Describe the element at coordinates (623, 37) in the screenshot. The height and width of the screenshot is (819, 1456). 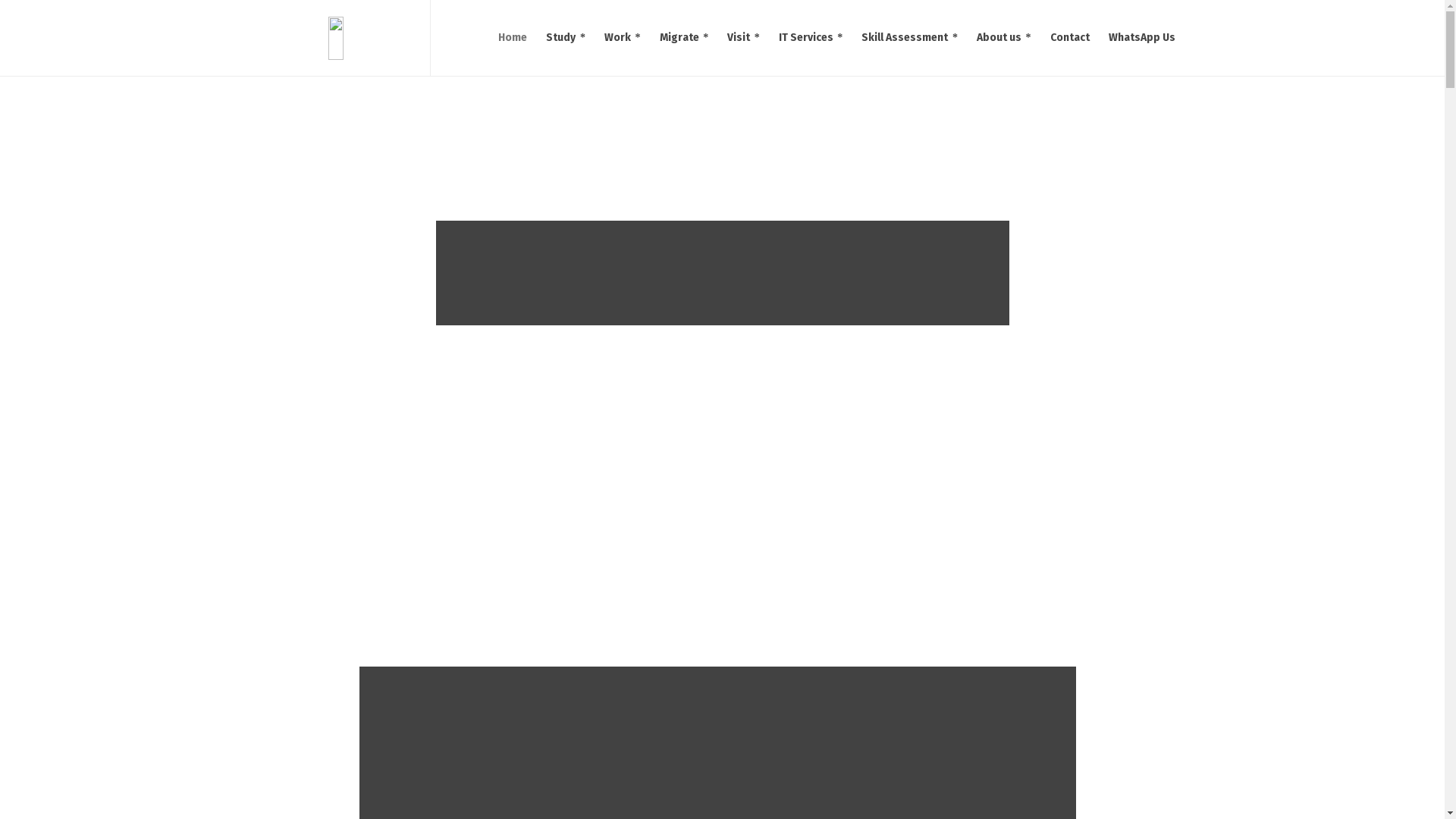
I see `'Work'` at that location.